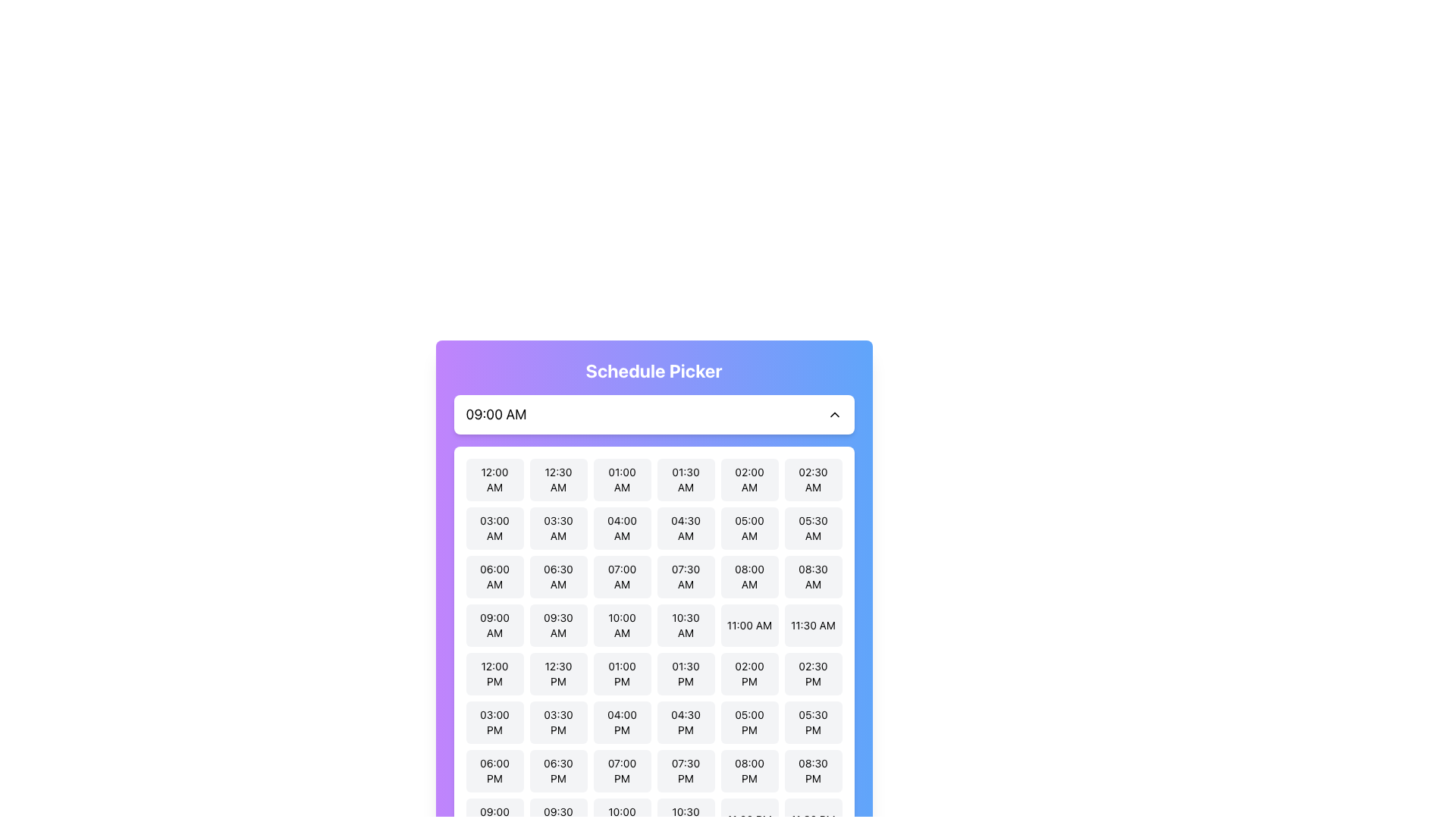 The image size is (1456, 819). What do you see at coordinates (685, 528) in the screenshot?
I see `the time selection button for '04:30 AM' located in the 4th row and 5th column of the 'Schedule Picker' grid` at bounding box center [685, 528].